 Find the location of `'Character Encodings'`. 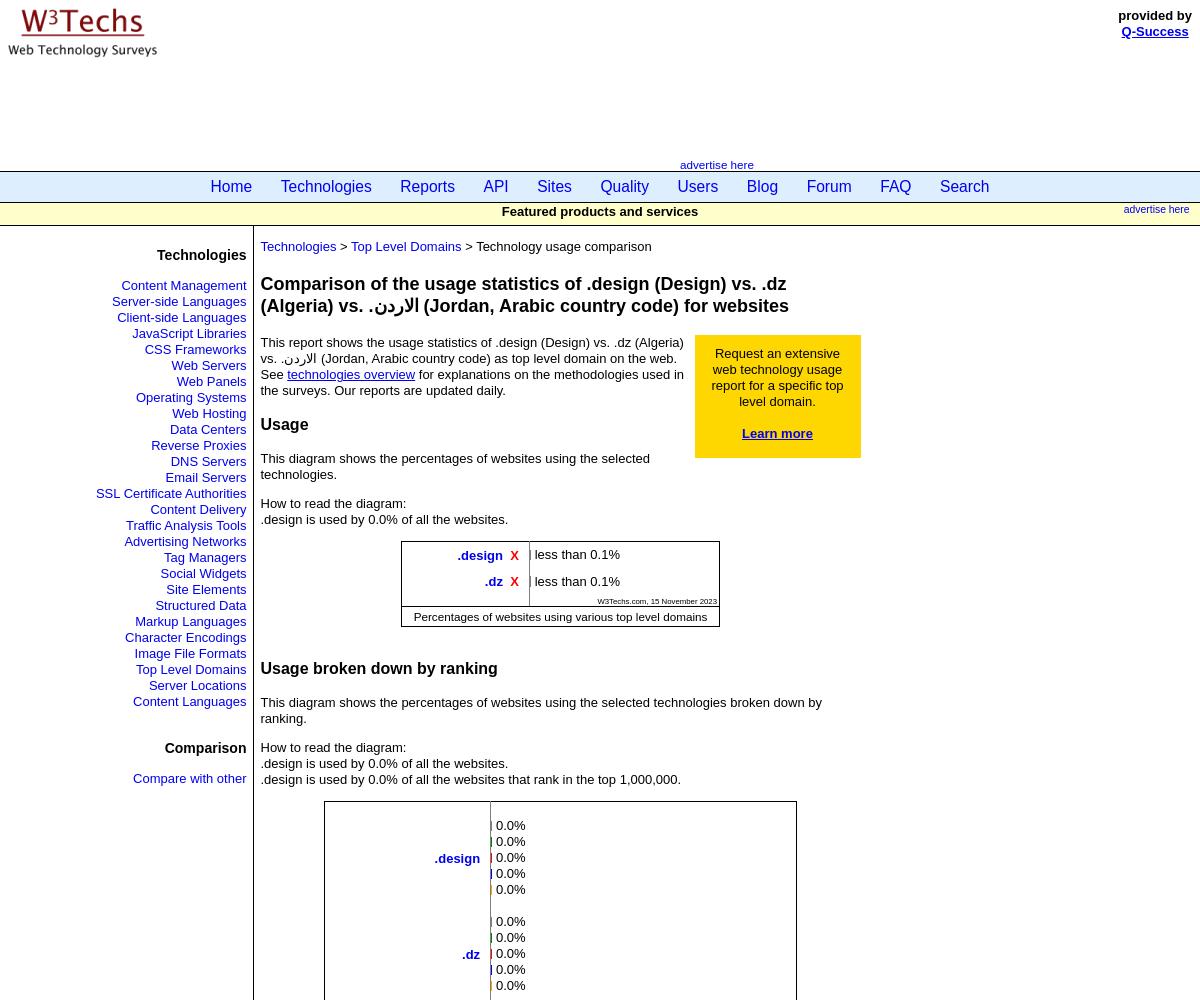

'Character Encodings' is located at coordinates (184, 636).